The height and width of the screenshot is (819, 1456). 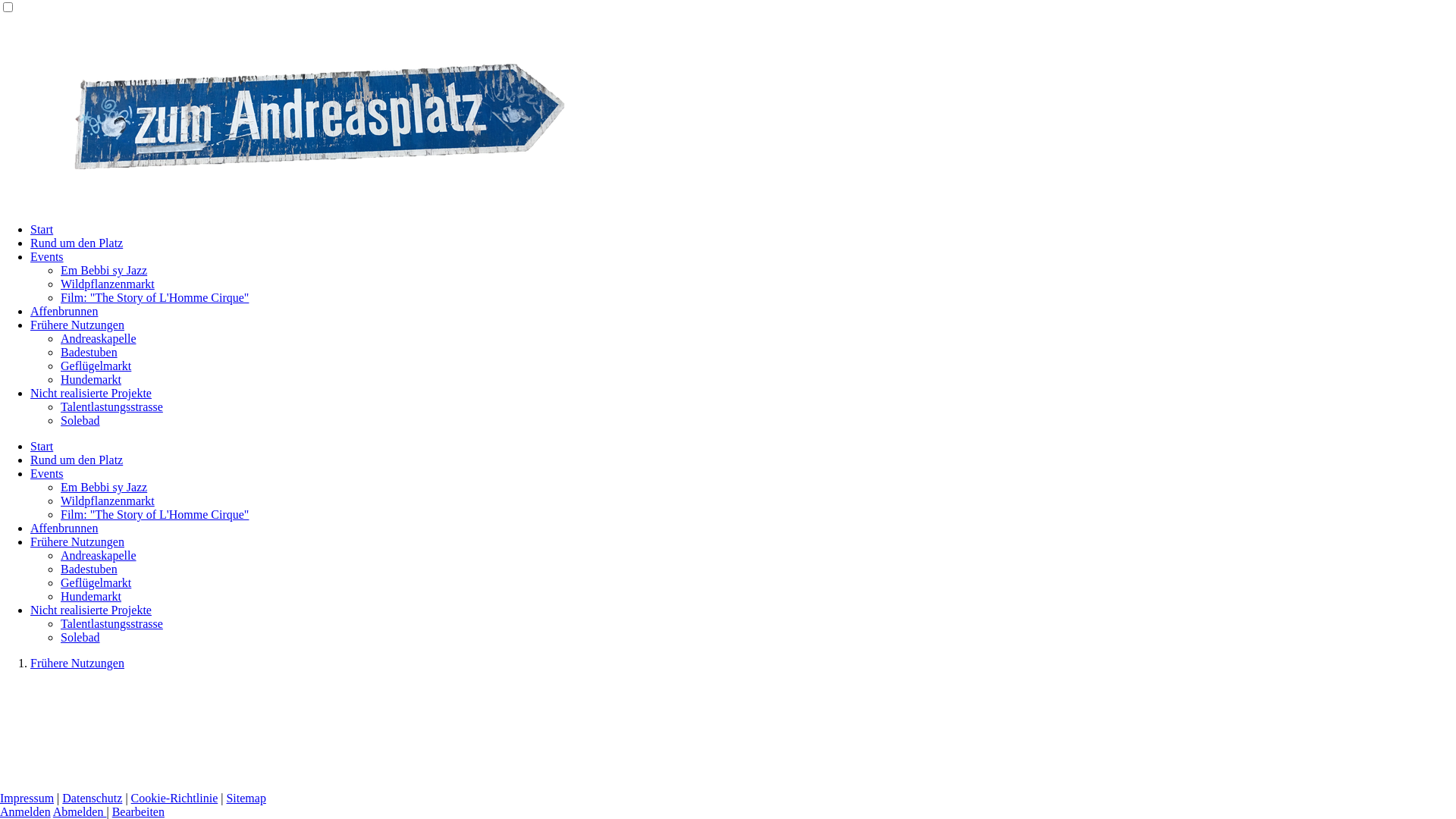 I want to click on 'Rund um den Platz', so click(x=75, y=242).